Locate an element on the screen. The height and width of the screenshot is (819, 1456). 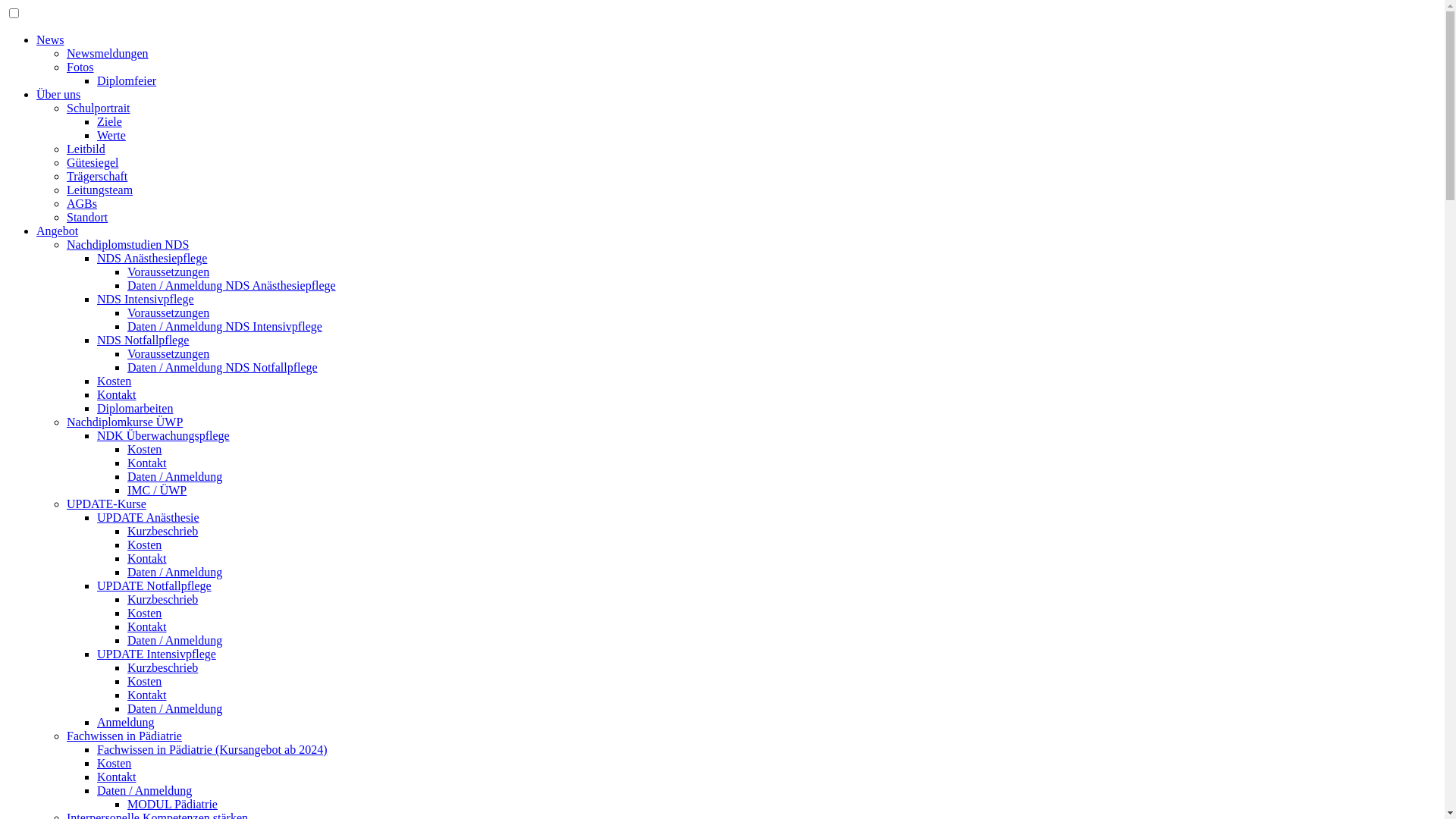
'Diplomarbeiten' is located at coordinates (96, 407).